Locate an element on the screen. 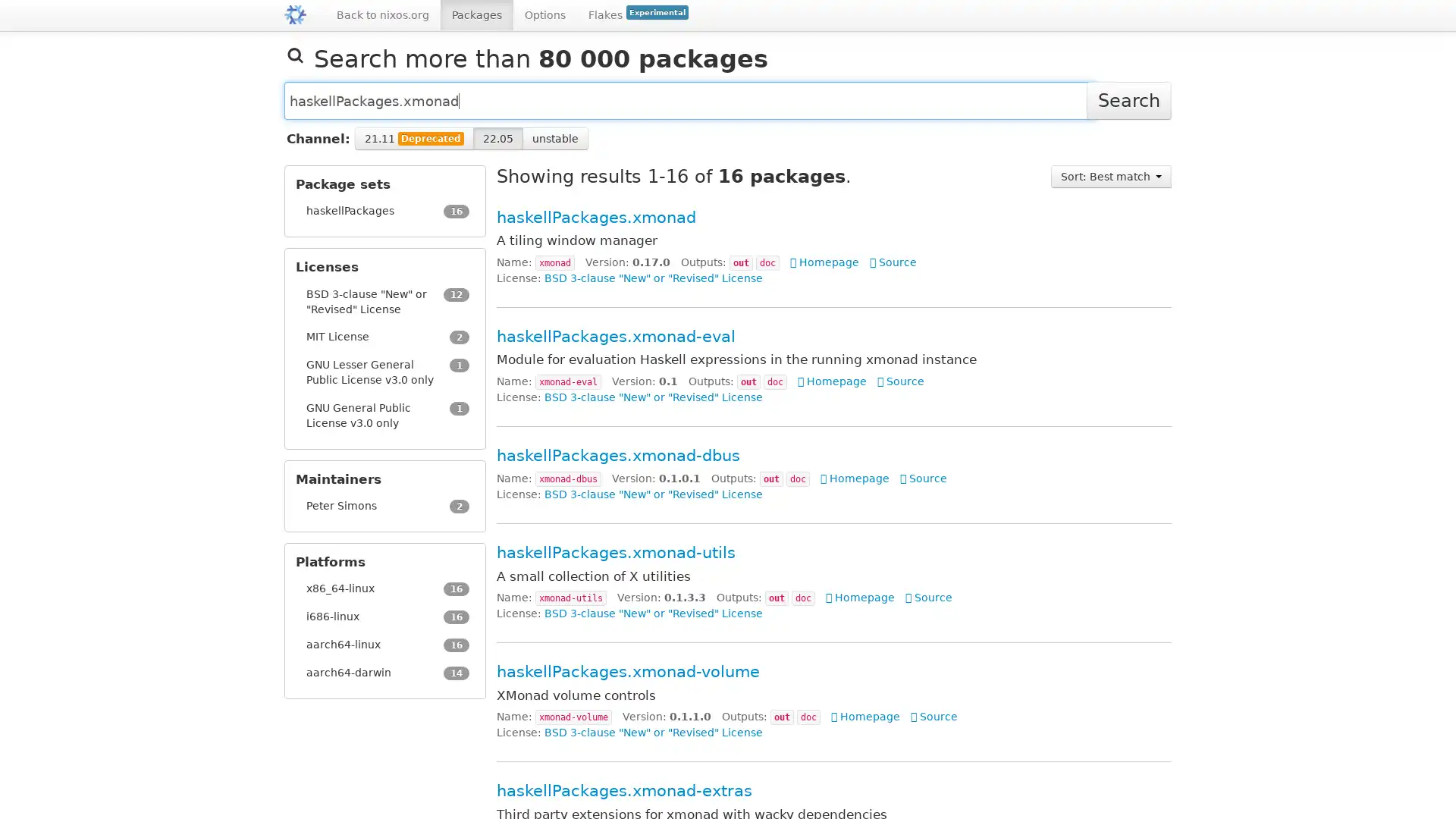 The height and width of the screenshot is (819, 1456). Search is located at coordinates (1128, 100).